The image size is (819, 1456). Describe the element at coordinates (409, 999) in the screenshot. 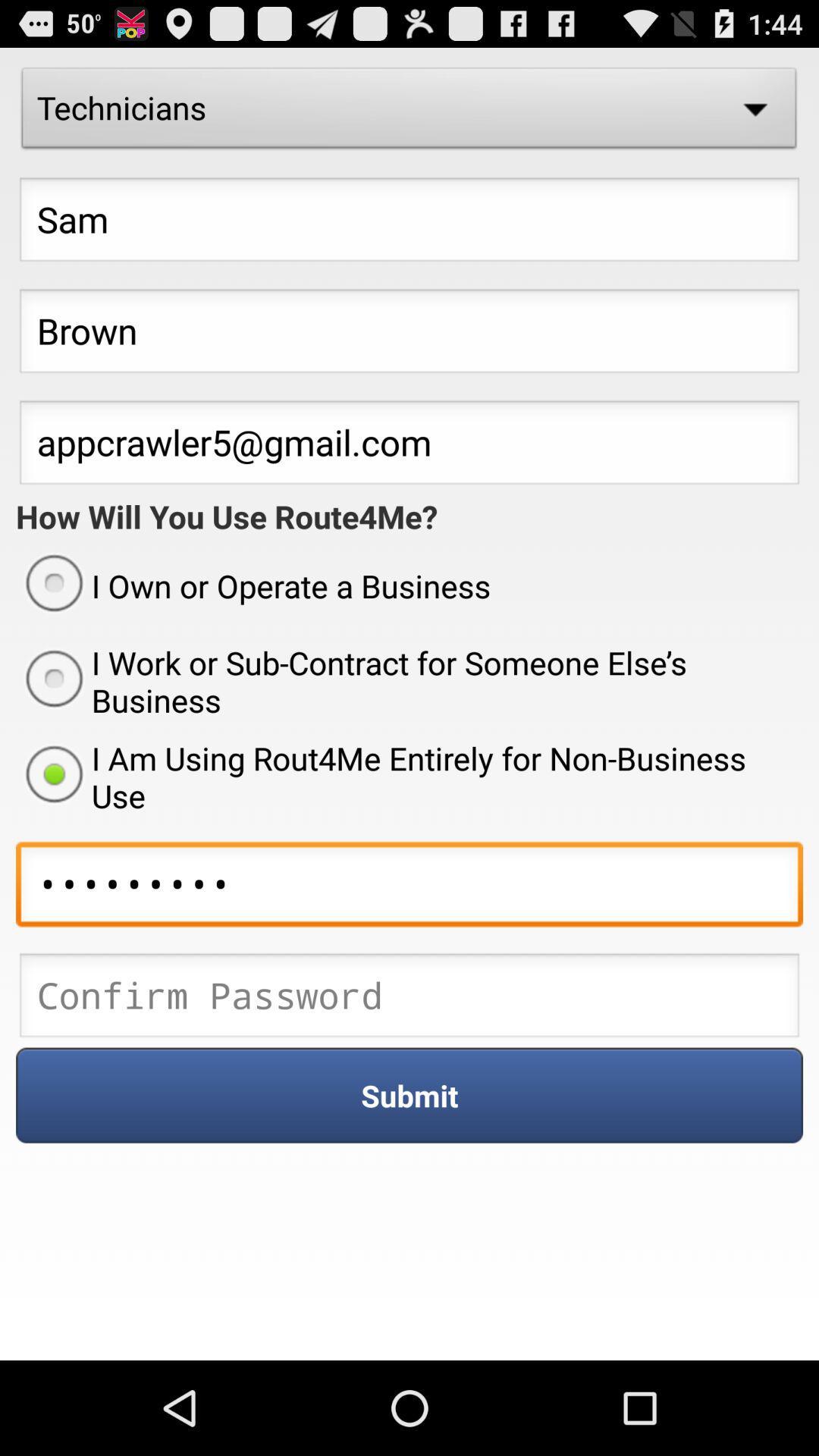

I see `ender the password box` at that location.